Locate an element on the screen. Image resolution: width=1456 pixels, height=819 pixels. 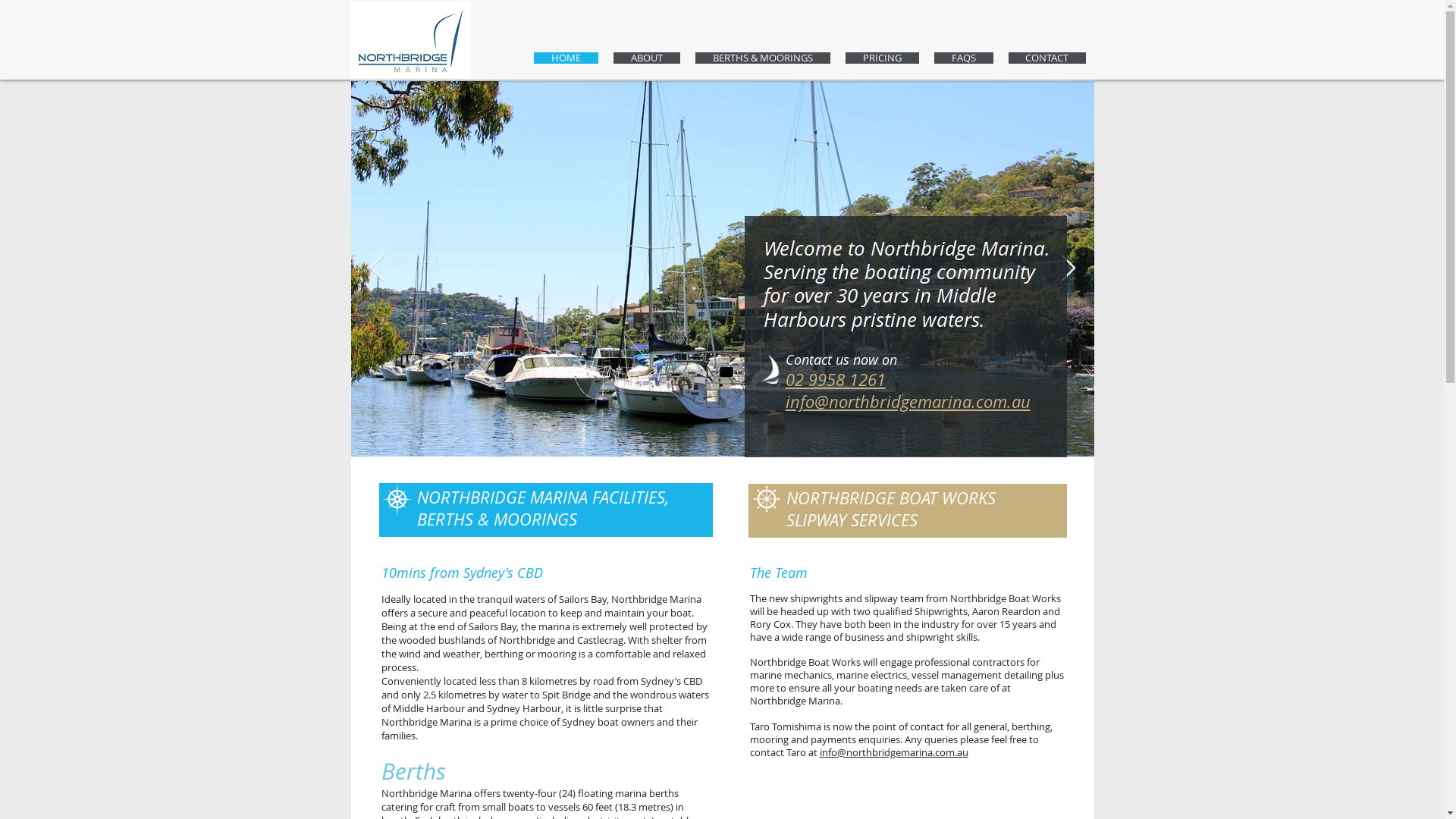
'ABOUT' is located at coordinates (645, 57).